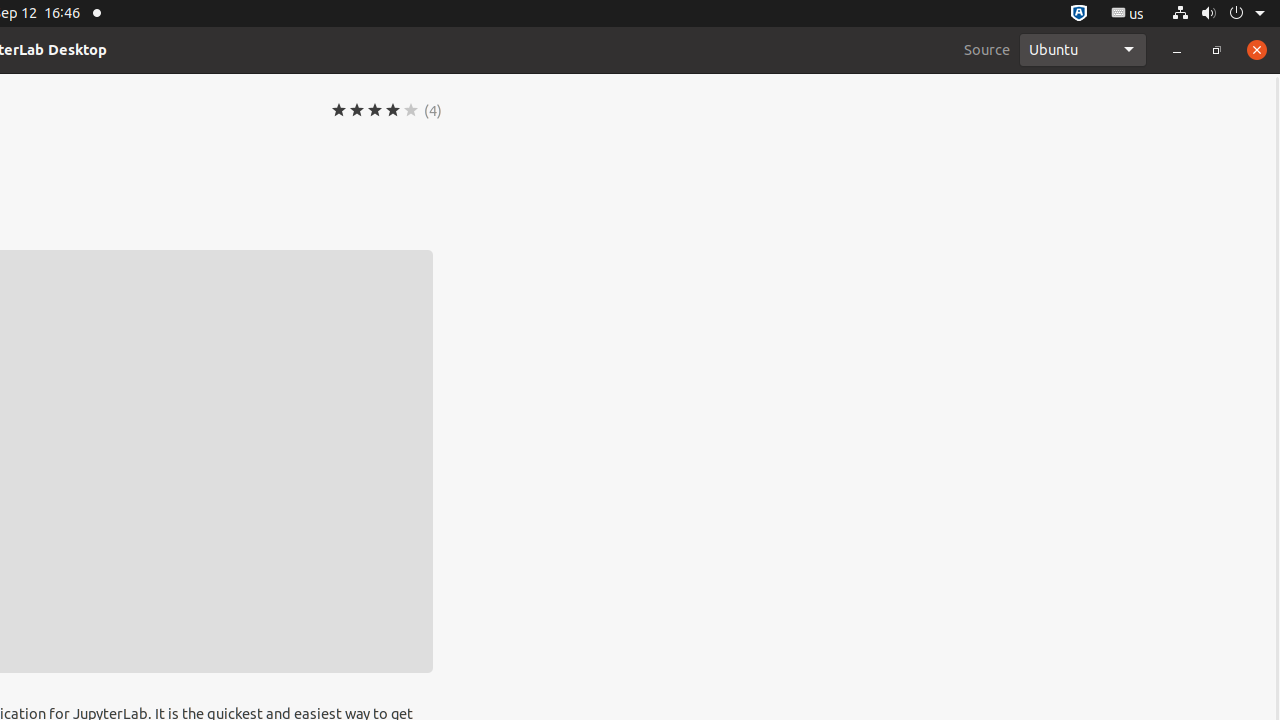 Image resolution: width=1280 pixels, height=720 pixels. Describe the element at coordinates (432, 110) in the screenshot. I see `'(4)'` at that location.